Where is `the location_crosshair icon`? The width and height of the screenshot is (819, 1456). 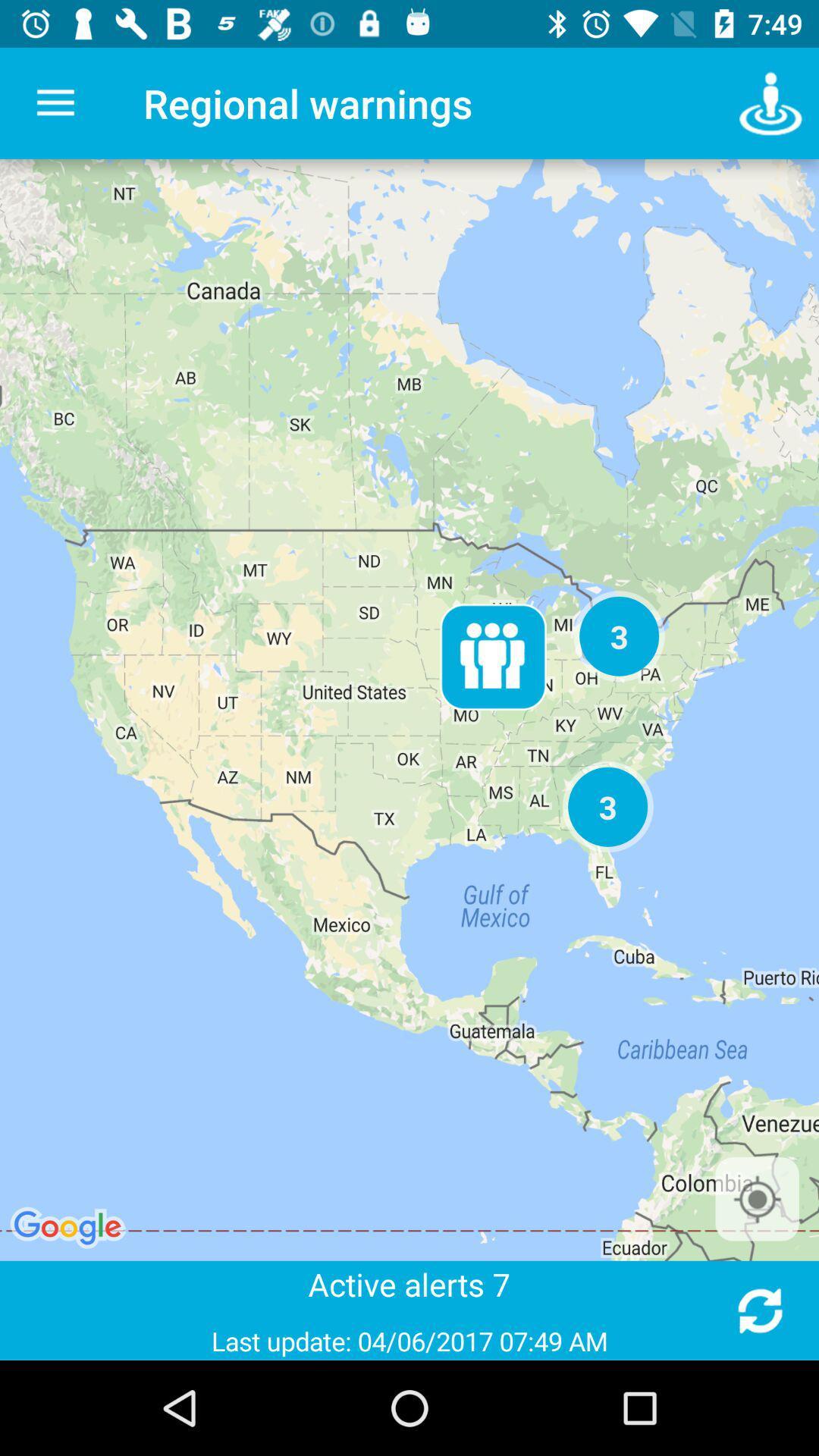 the location_crosshair icon is located at coordinates (757, 1198).